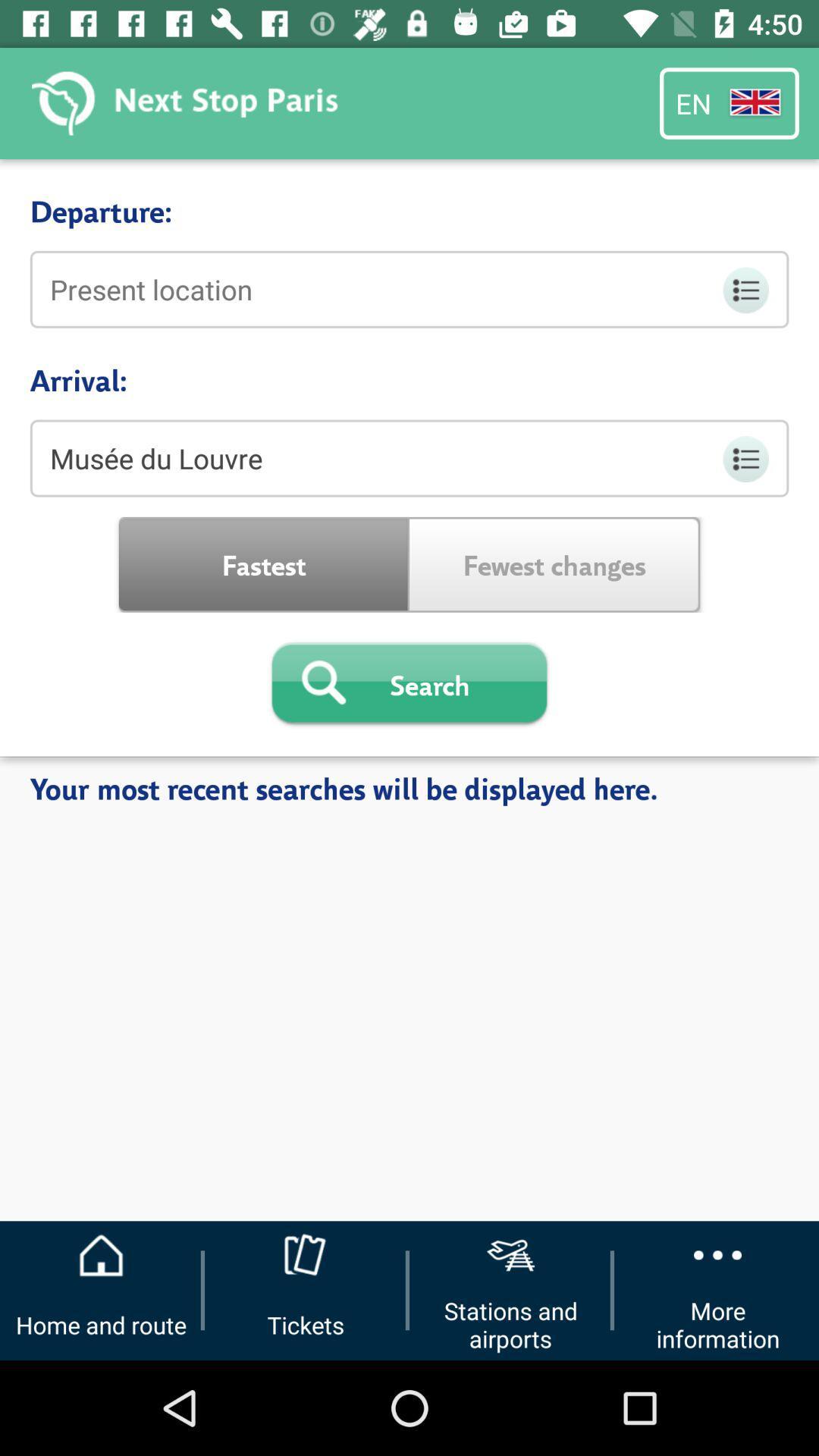 This screenshot has height=1456, width=819. Describe the element at coordinates (409, 457) in the screenshot. I see `item below the arrival:` at that location.